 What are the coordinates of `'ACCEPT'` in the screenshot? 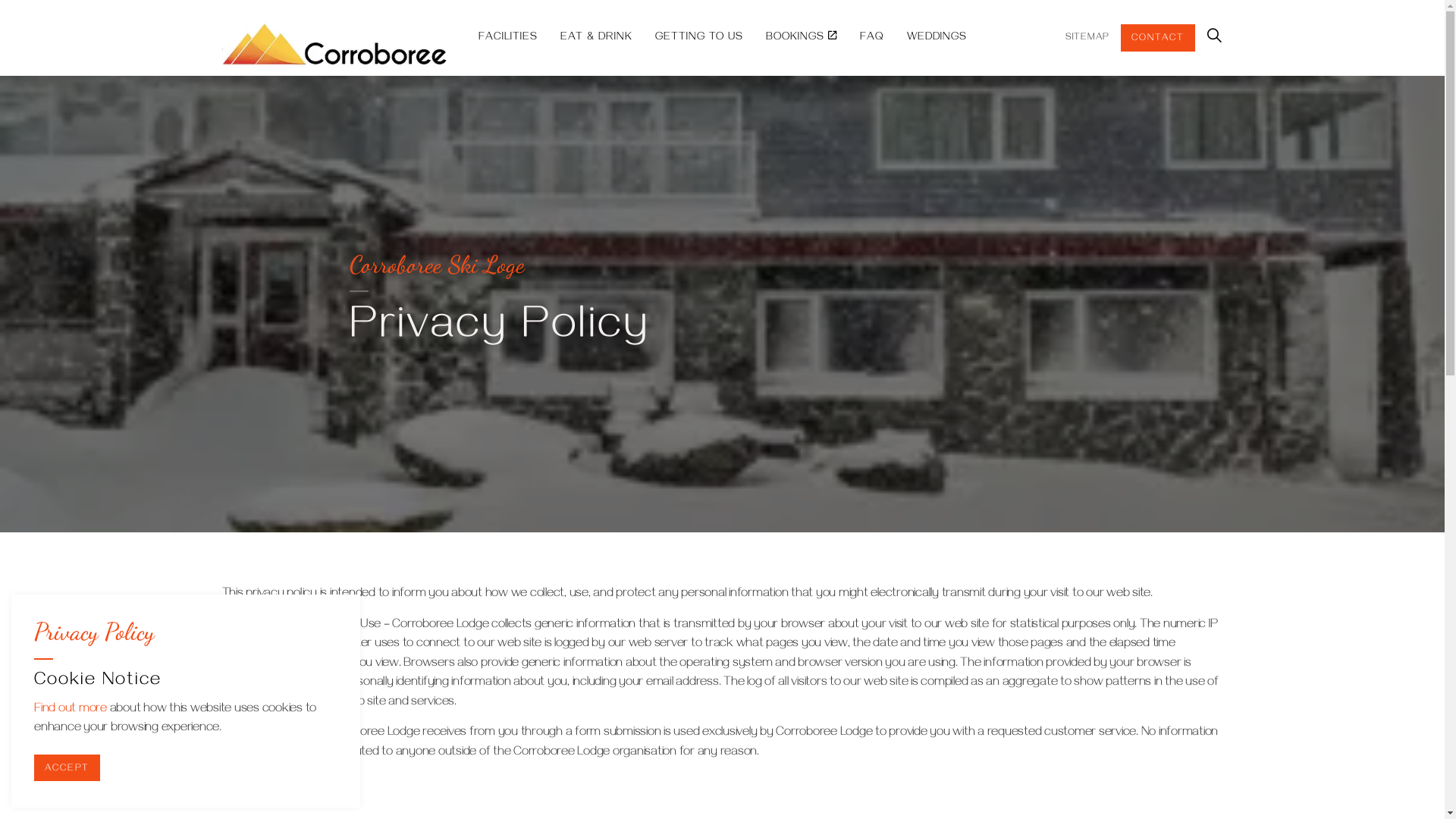 It's located at (33, 767).